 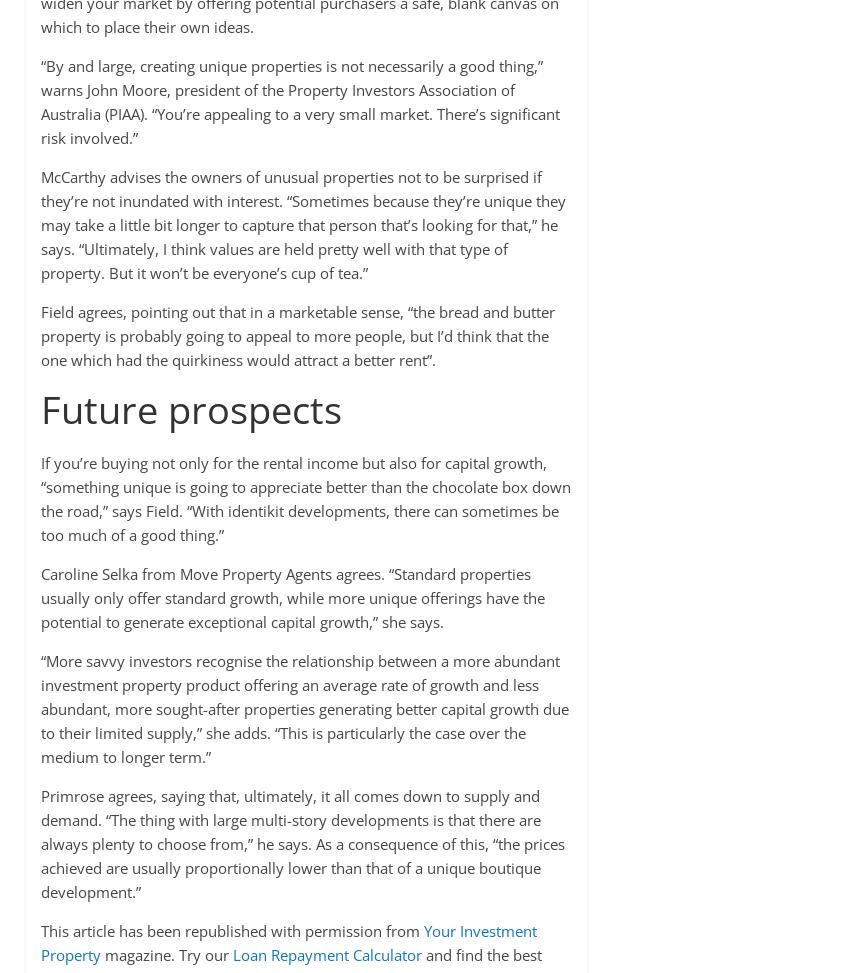 What do you see at coordinates (38, 929) in the screenshot?
I see `'This article has been republished with permission from'` at bounding box center [38, 929].